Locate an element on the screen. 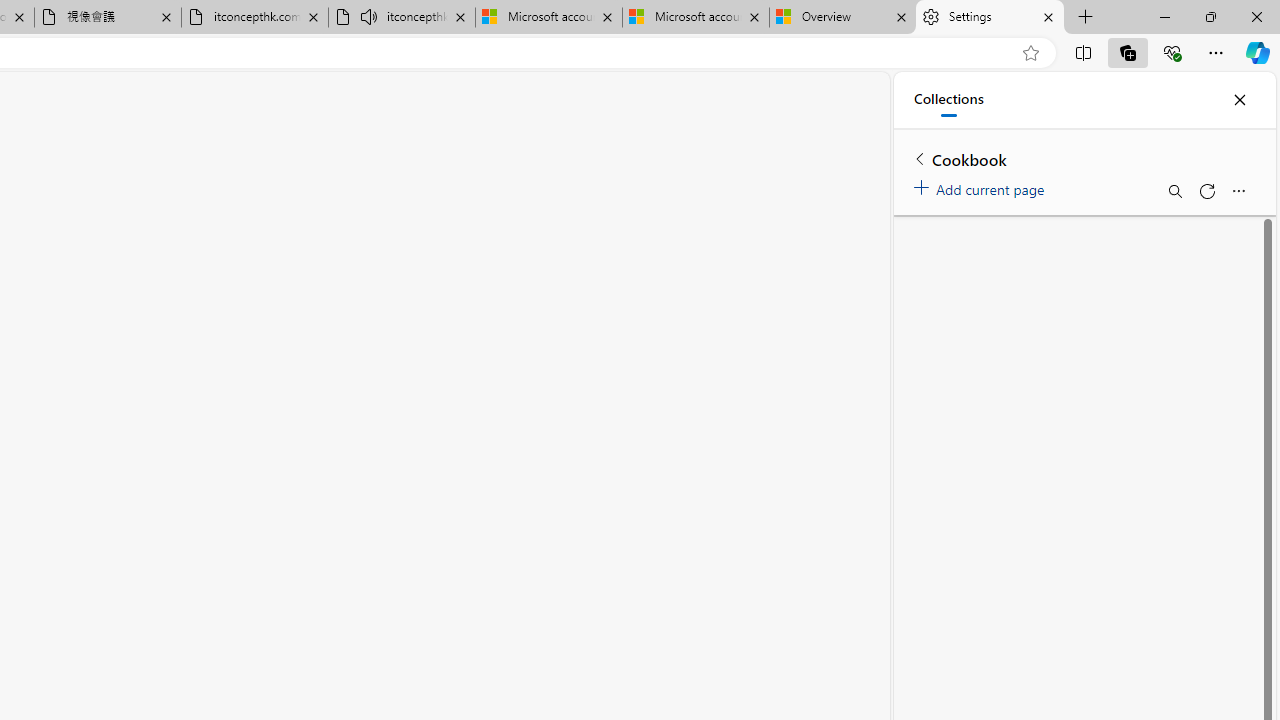 This screenshot has width=1280, height=720. 'Mute tab' is located at coordinates (369, 16).